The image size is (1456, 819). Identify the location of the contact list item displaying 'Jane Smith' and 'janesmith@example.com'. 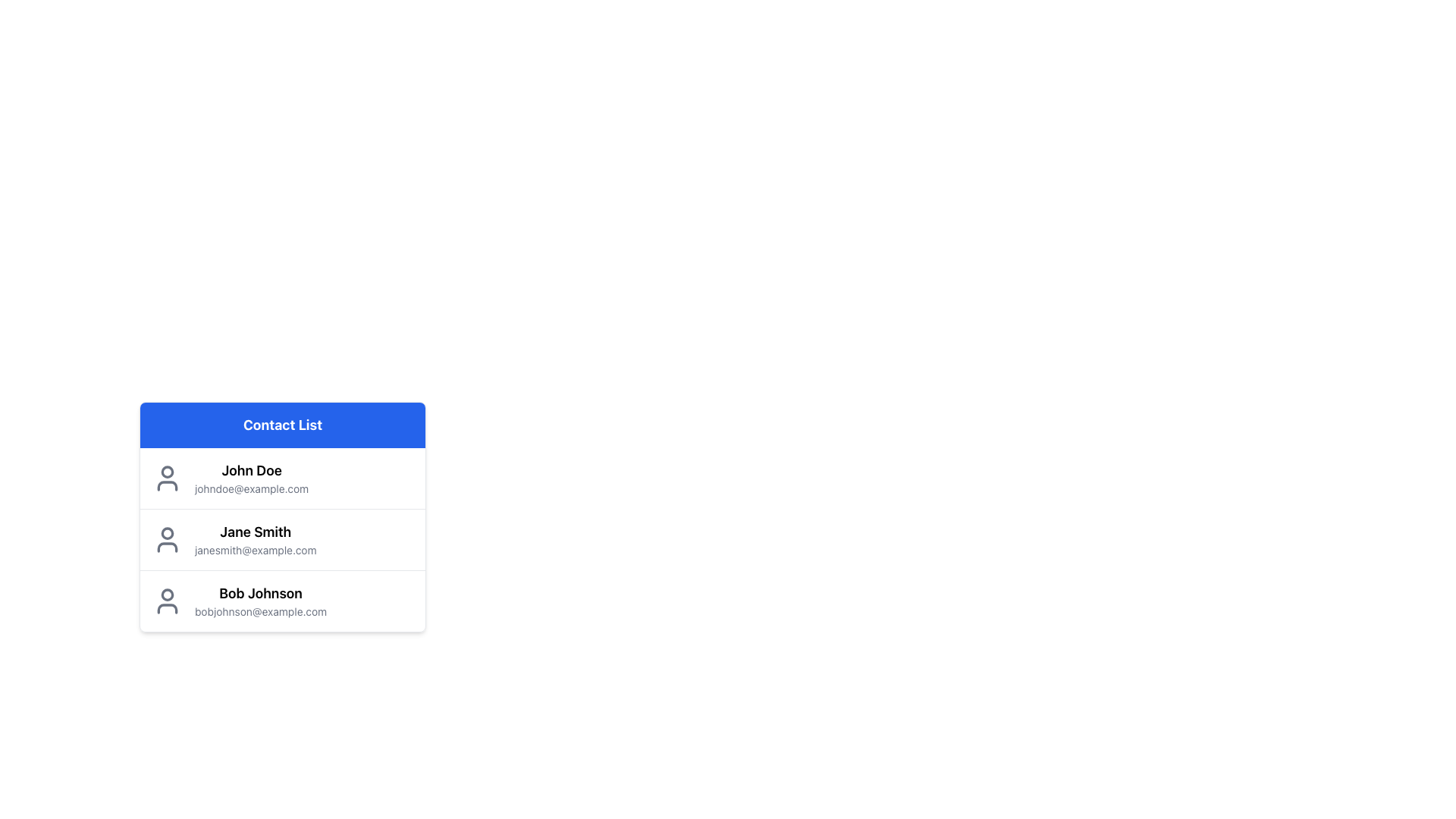
(283, 538).